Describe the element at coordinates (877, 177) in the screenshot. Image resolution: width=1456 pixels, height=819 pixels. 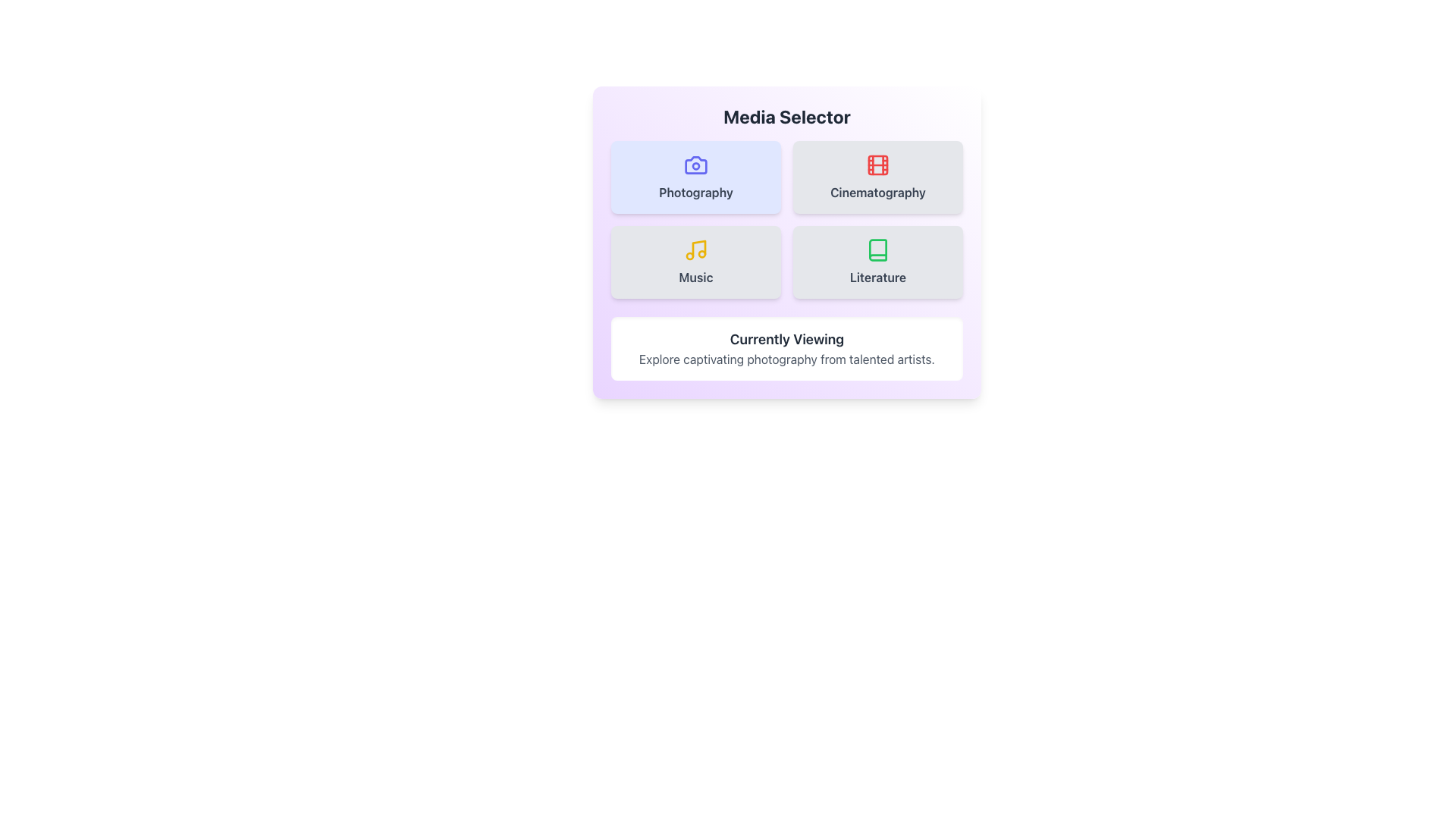
I see `the 'Cinematography' Interactive Card, which has a rounded rectangular shape, light gray background, and a red film reel icon at the top, to trigger the visual hover effect` at that location.